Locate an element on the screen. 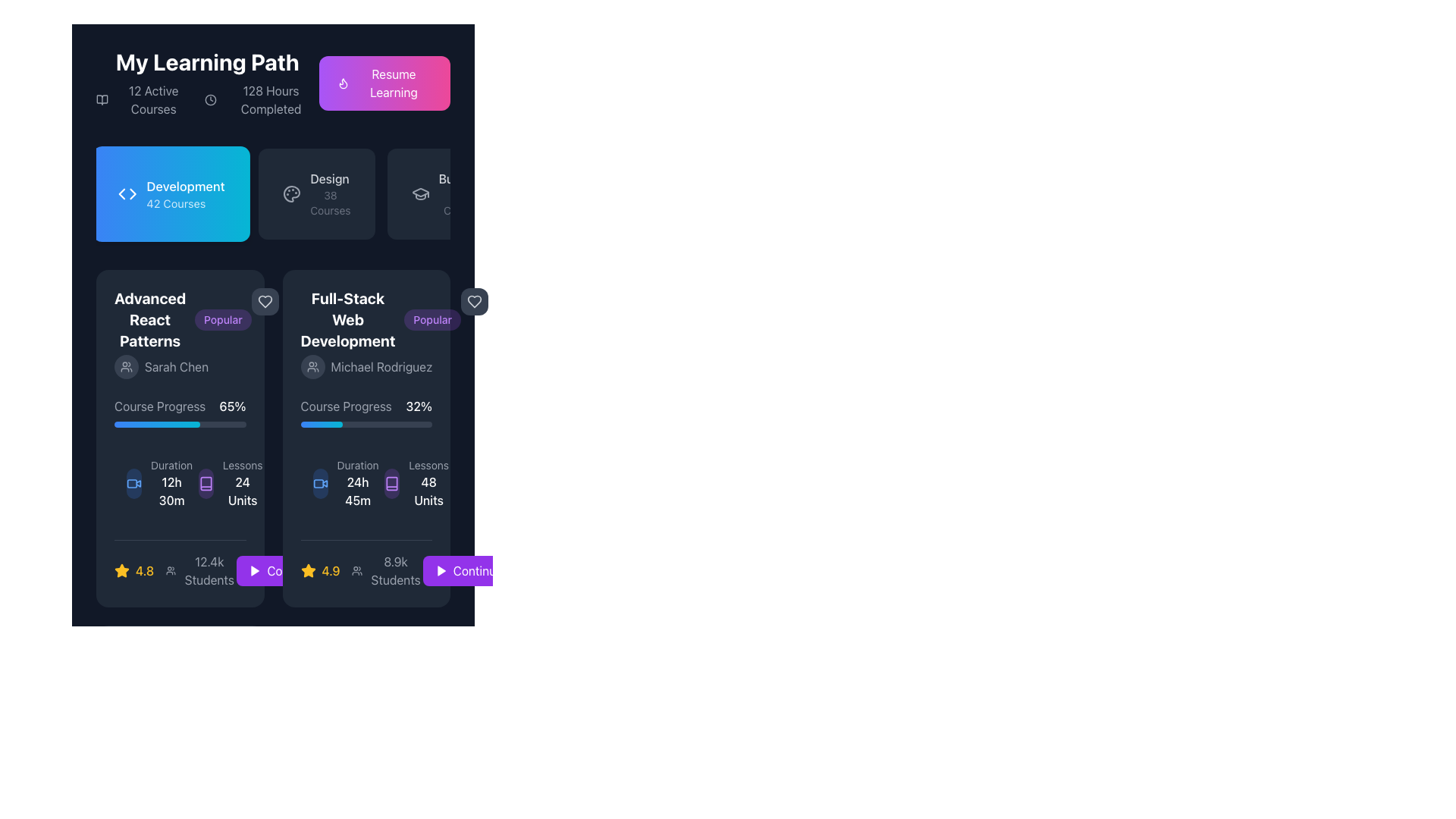 The width and height of the screenshot is (1456, 819). the text label that identifies the course titled 'Full-Stack Web Development', located above 'Michael Rodriguez' and to the left of the 'Popular' badge within the course module card is located at coordinates (347, 318).